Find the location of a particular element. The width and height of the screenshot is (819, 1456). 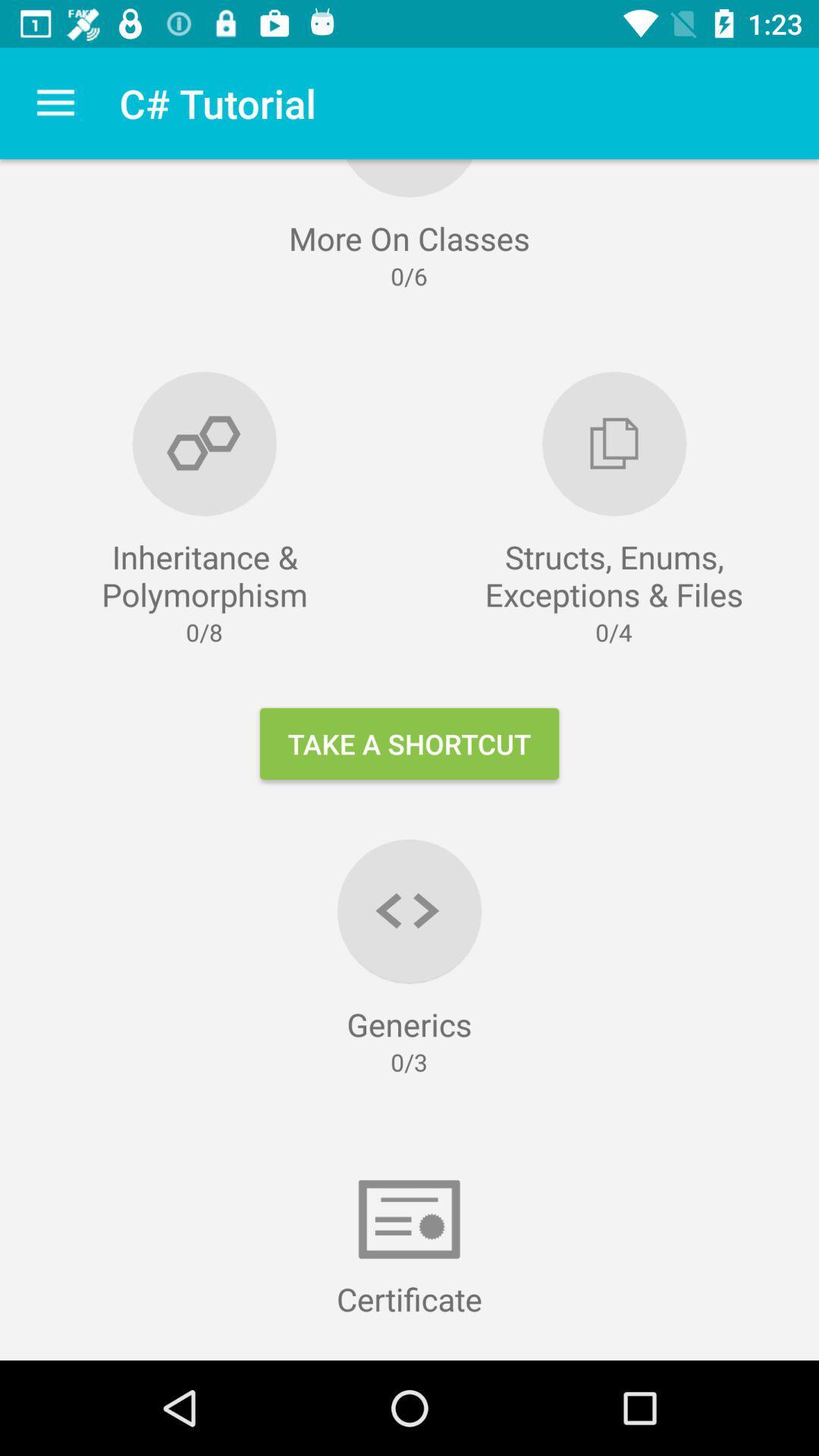

the image above structs enums exceptions  files 04 is located at coordinates (614, 443).